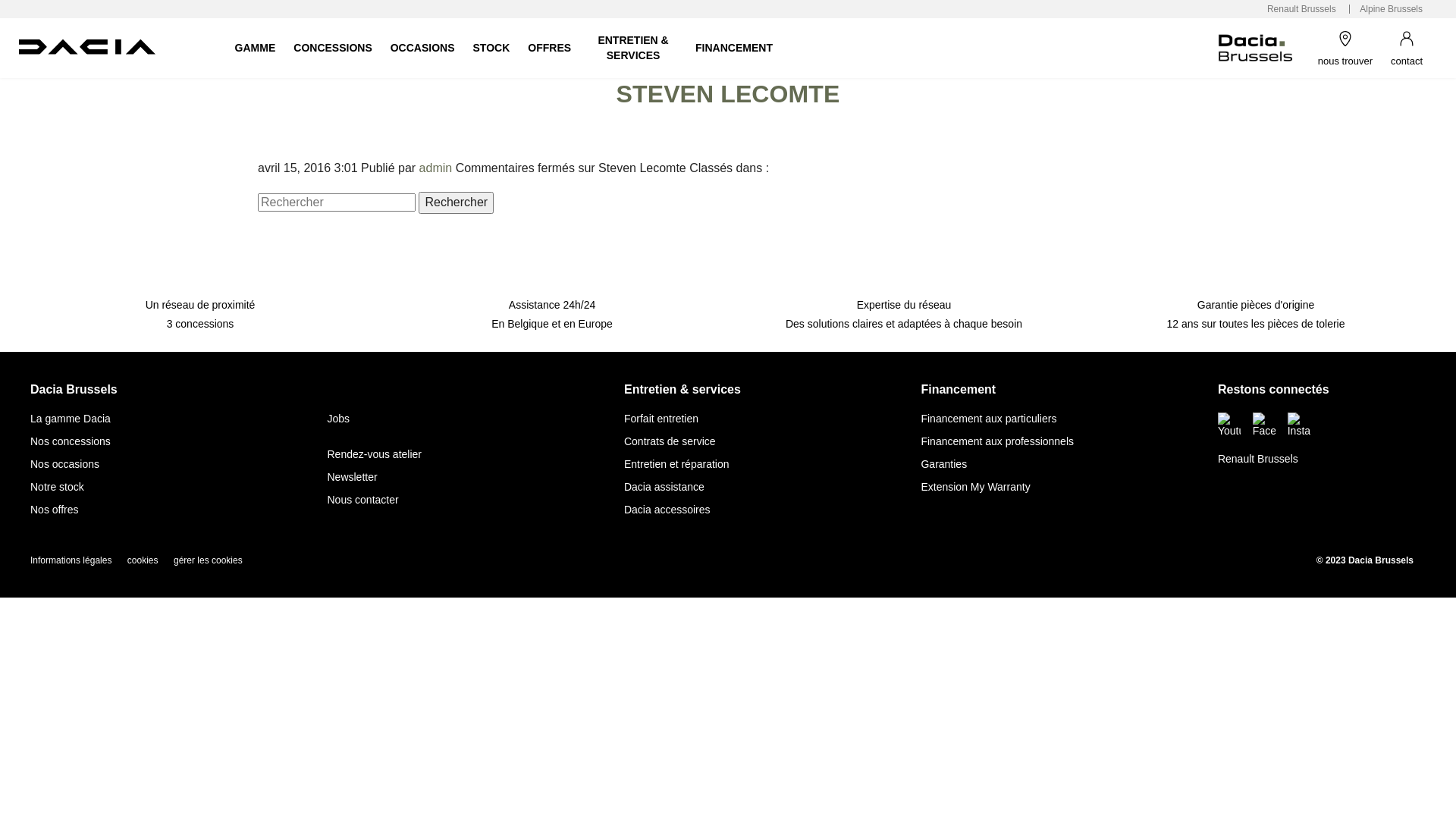 This screenshot has width=1456, height=819. I want to click on 'Dacia assistance', so click(664, 486).